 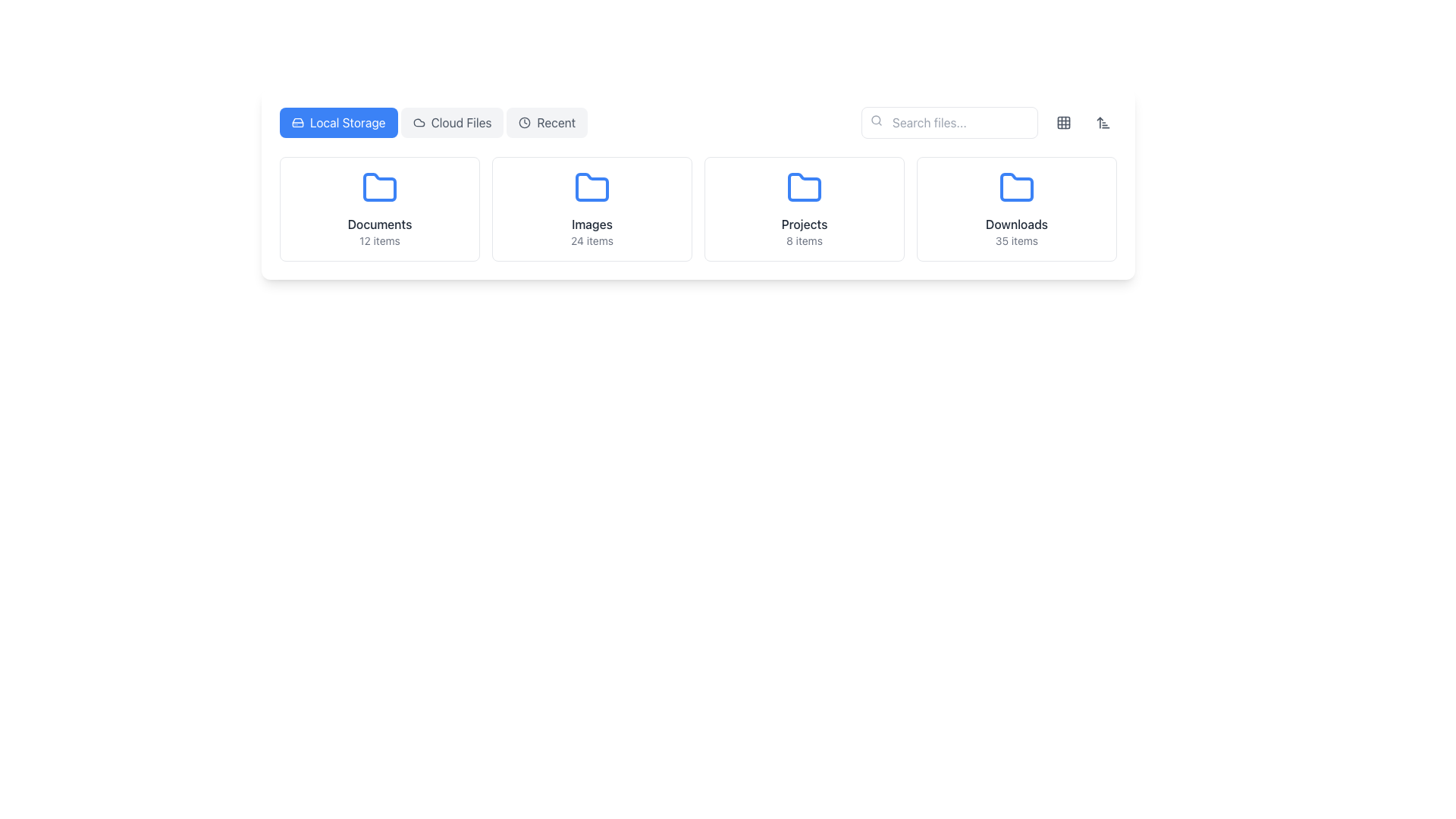 What do you see at coordinates (419, 122) in the screenshot?
I see `the Cloud icon located in the top right corner of the navigation bar` at bounding box center [419, 122].